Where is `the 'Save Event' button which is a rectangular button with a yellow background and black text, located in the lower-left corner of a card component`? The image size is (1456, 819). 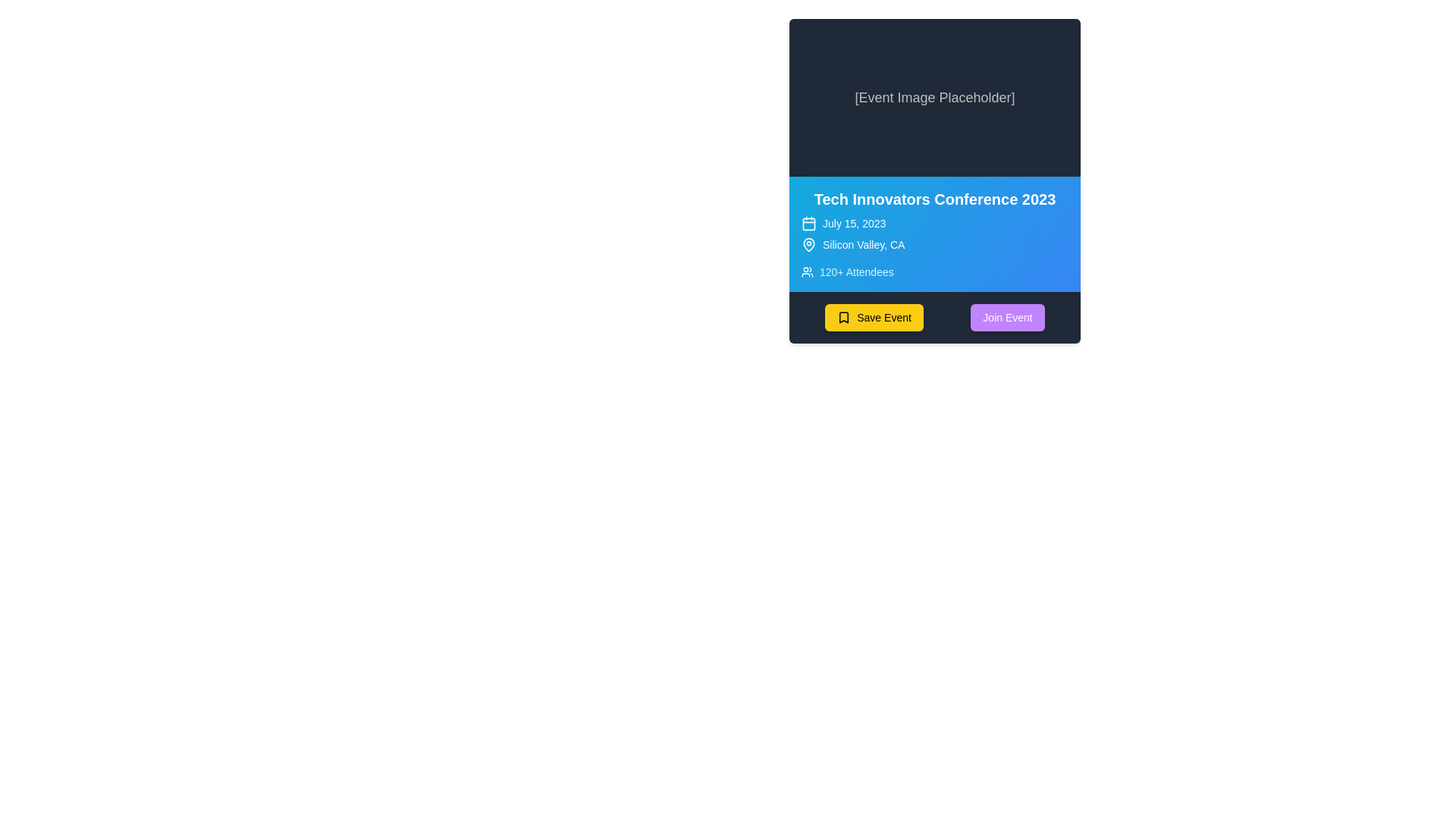 the 'Save Event' button which is a rectangular button with a yellow background and black text, located in the lower-left corner of a card component is located at coordinates (874, 317).